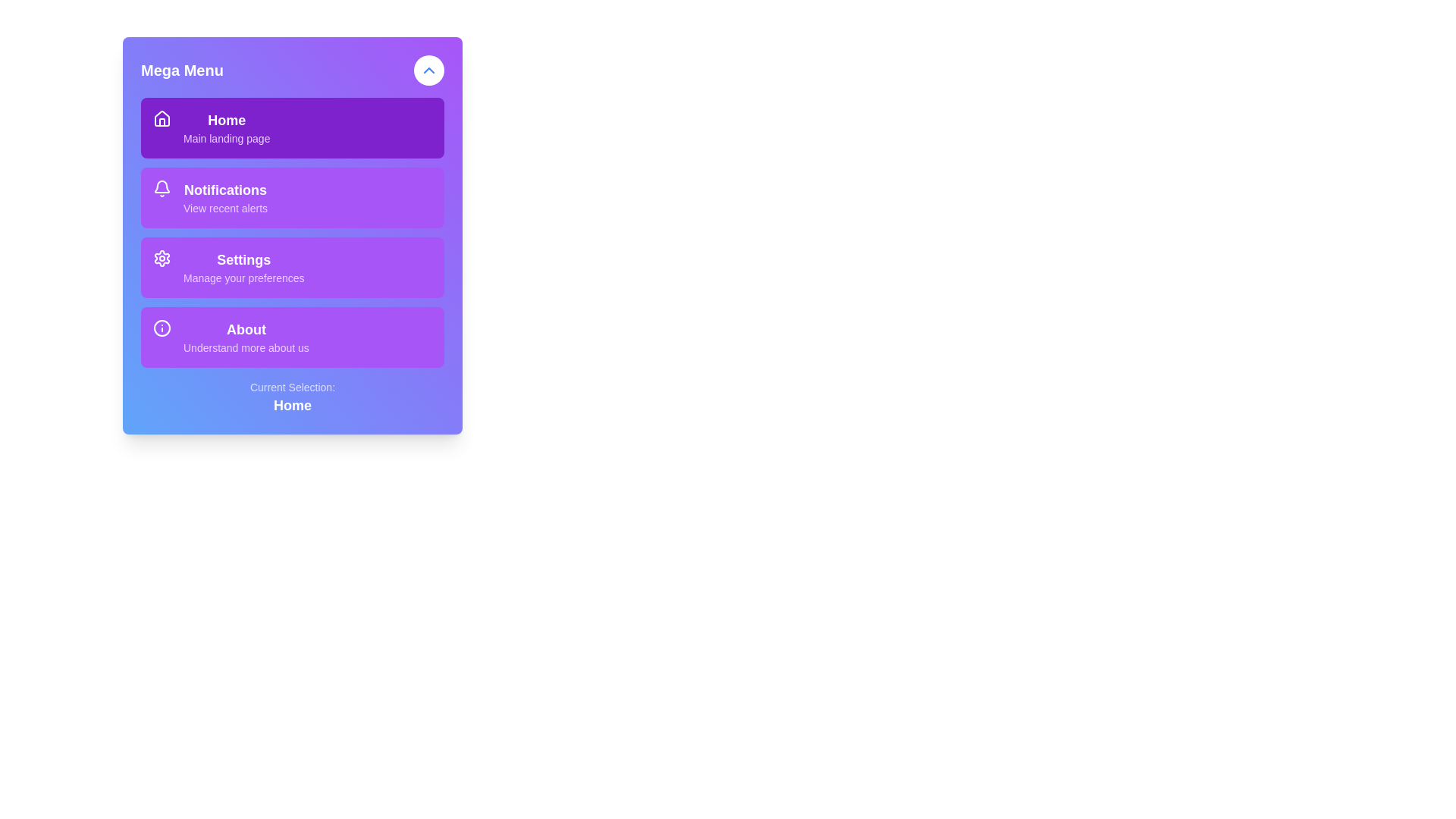  I want to click on the interactive button located at the top-right corner of the 'Mega Menu', so click(428, 70).